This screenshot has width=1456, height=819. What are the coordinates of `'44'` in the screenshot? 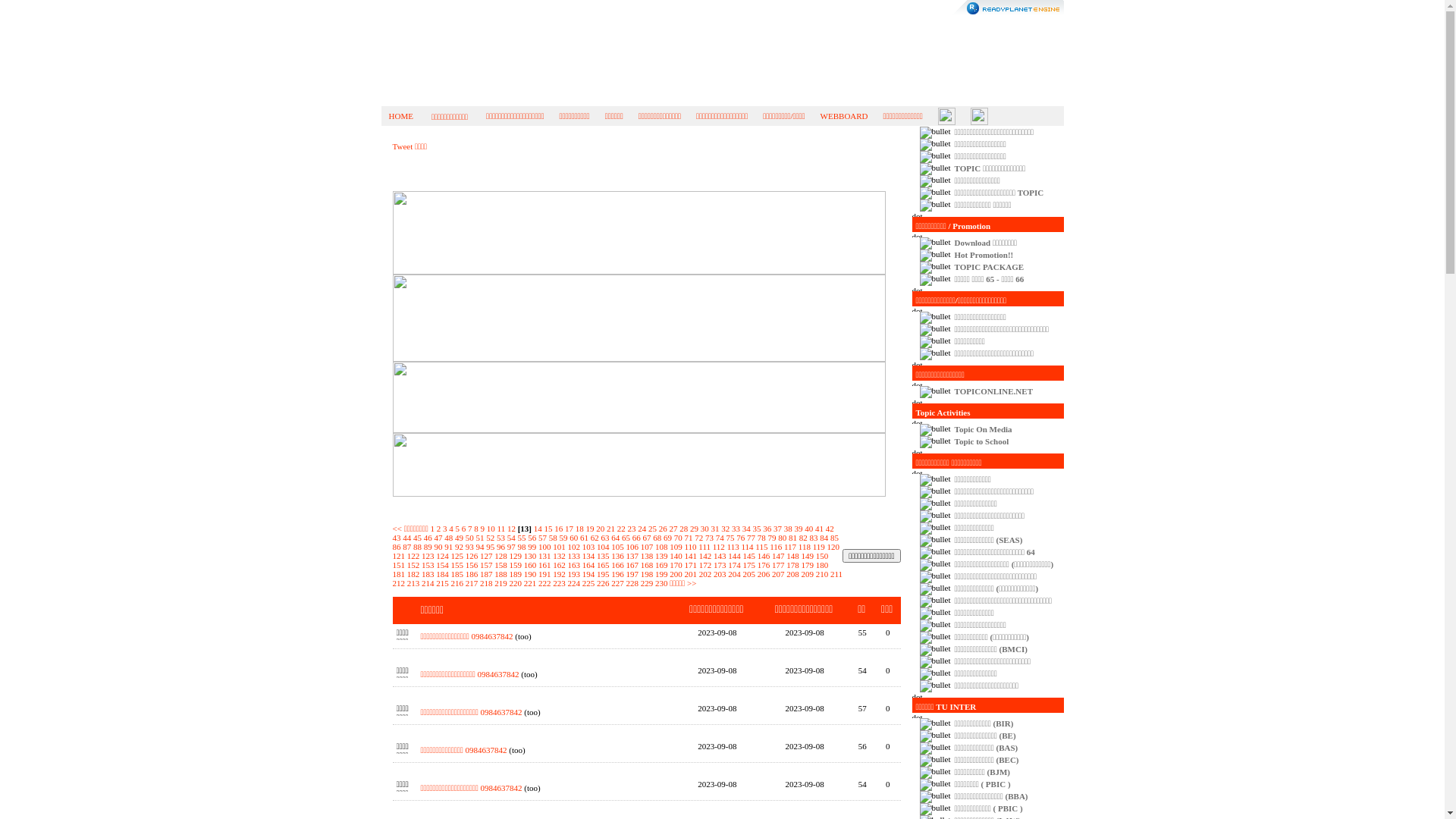 It's located at (406, 537).